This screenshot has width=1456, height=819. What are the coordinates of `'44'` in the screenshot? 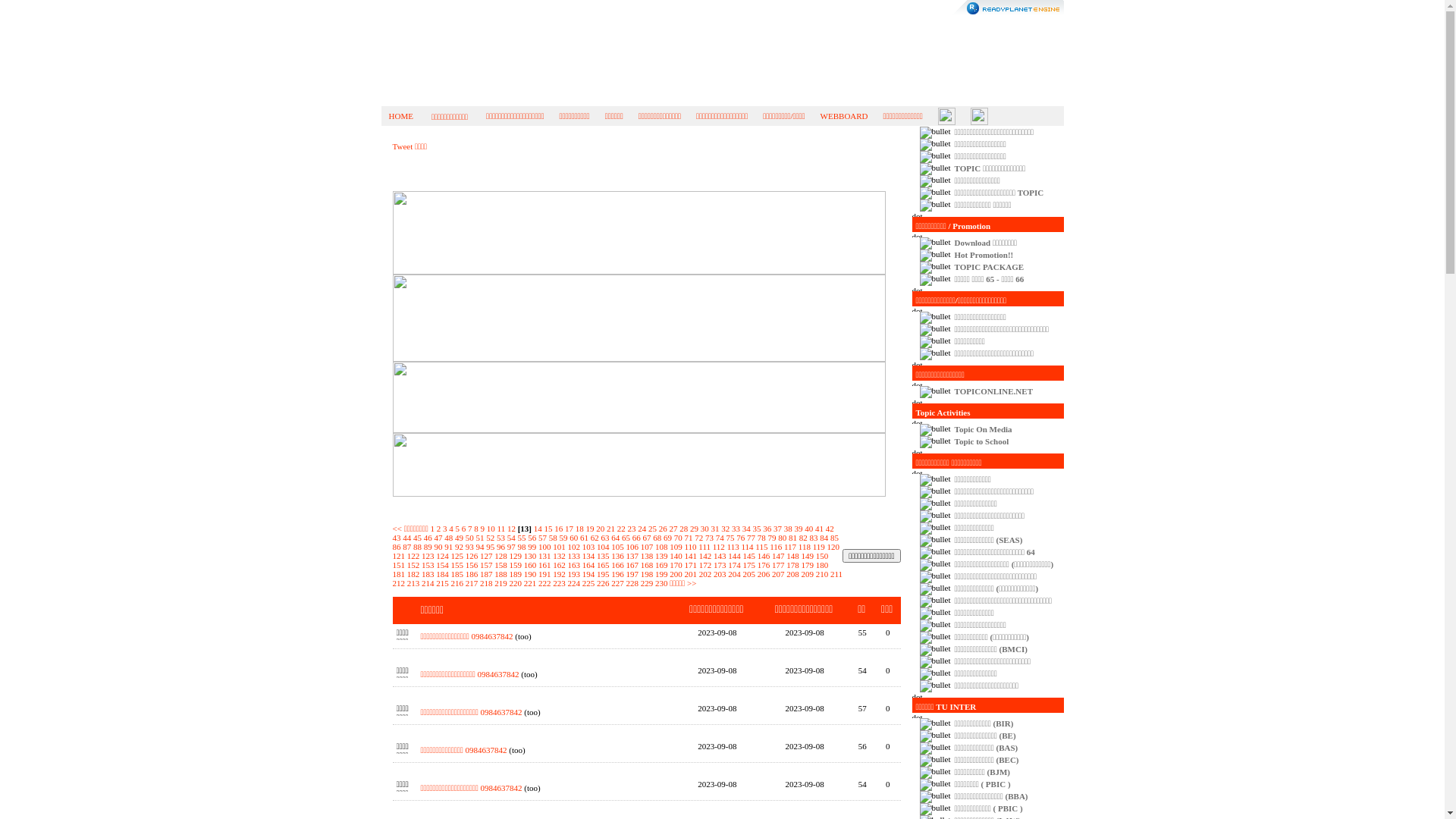 It's located at (406, 537).